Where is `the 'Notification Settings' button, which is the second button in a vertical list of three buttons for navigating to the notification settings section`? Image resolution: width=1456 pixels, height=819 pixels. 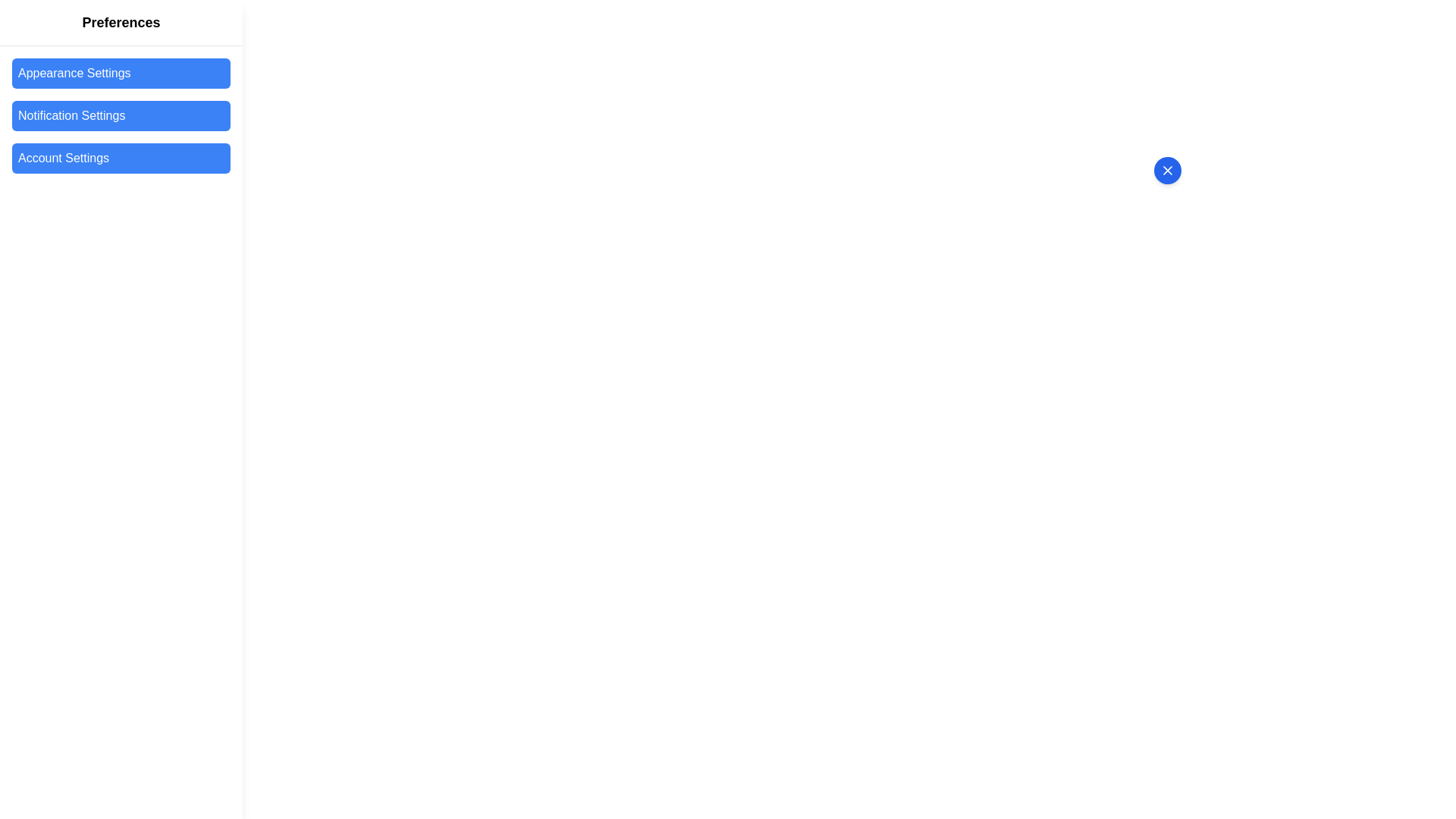 the 'Notification Settings' button, which is the second button in a vertical list of three buttons for navigating to the notification settings section is located at coordinates (120, 115).